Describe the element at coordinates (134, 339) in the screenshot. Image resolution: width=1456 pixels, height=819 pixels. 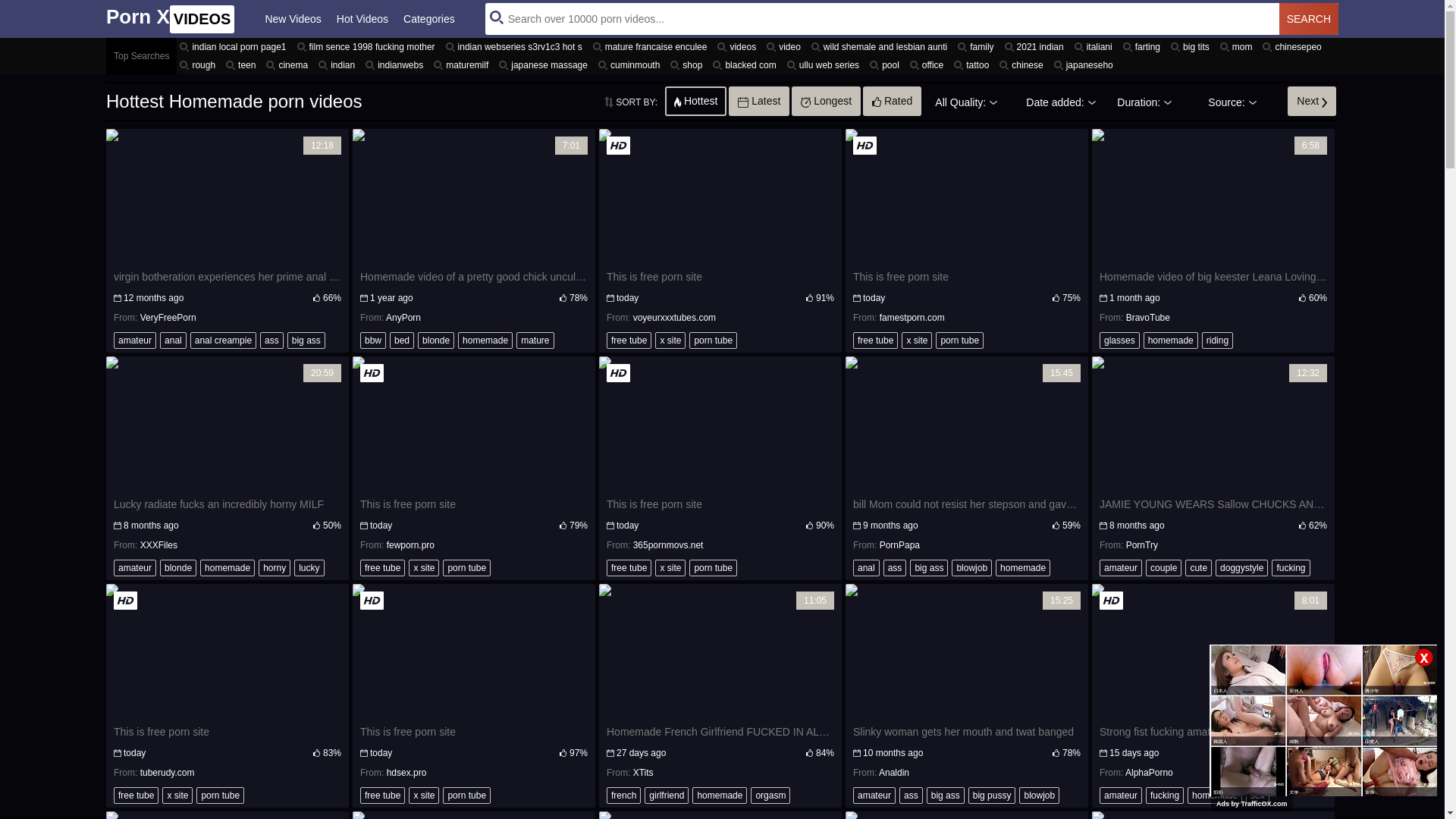
I see `'amateur'` at that location.